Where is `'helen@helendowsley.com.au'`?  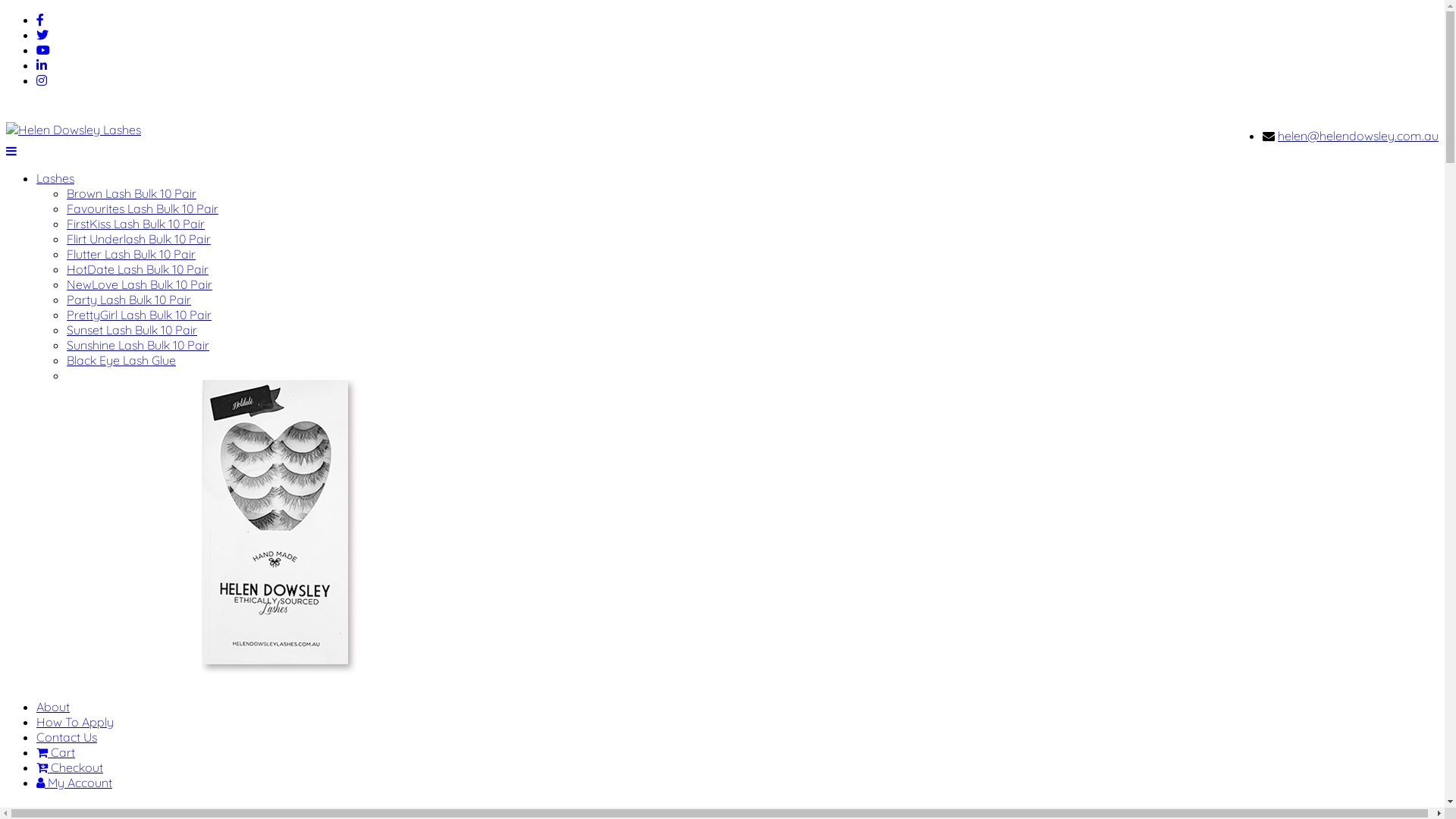 'helen@helendowsley.com.au' is located at coordinates (1357, 134).